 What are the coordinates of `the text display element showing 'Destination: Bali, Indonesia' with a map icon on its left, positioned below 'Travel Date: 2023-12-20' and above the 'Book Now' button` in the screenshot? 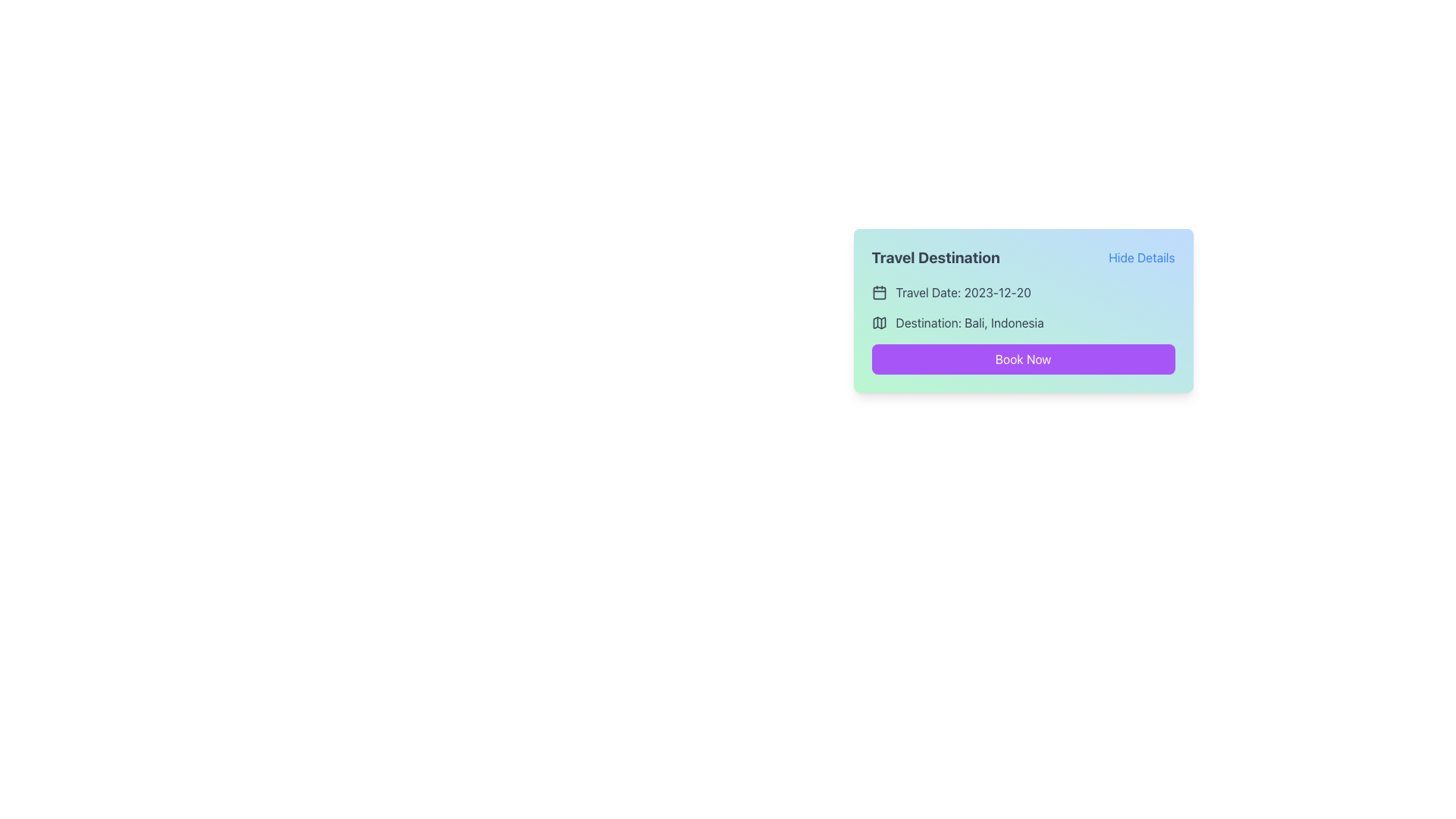 It's located at (1023, 322).